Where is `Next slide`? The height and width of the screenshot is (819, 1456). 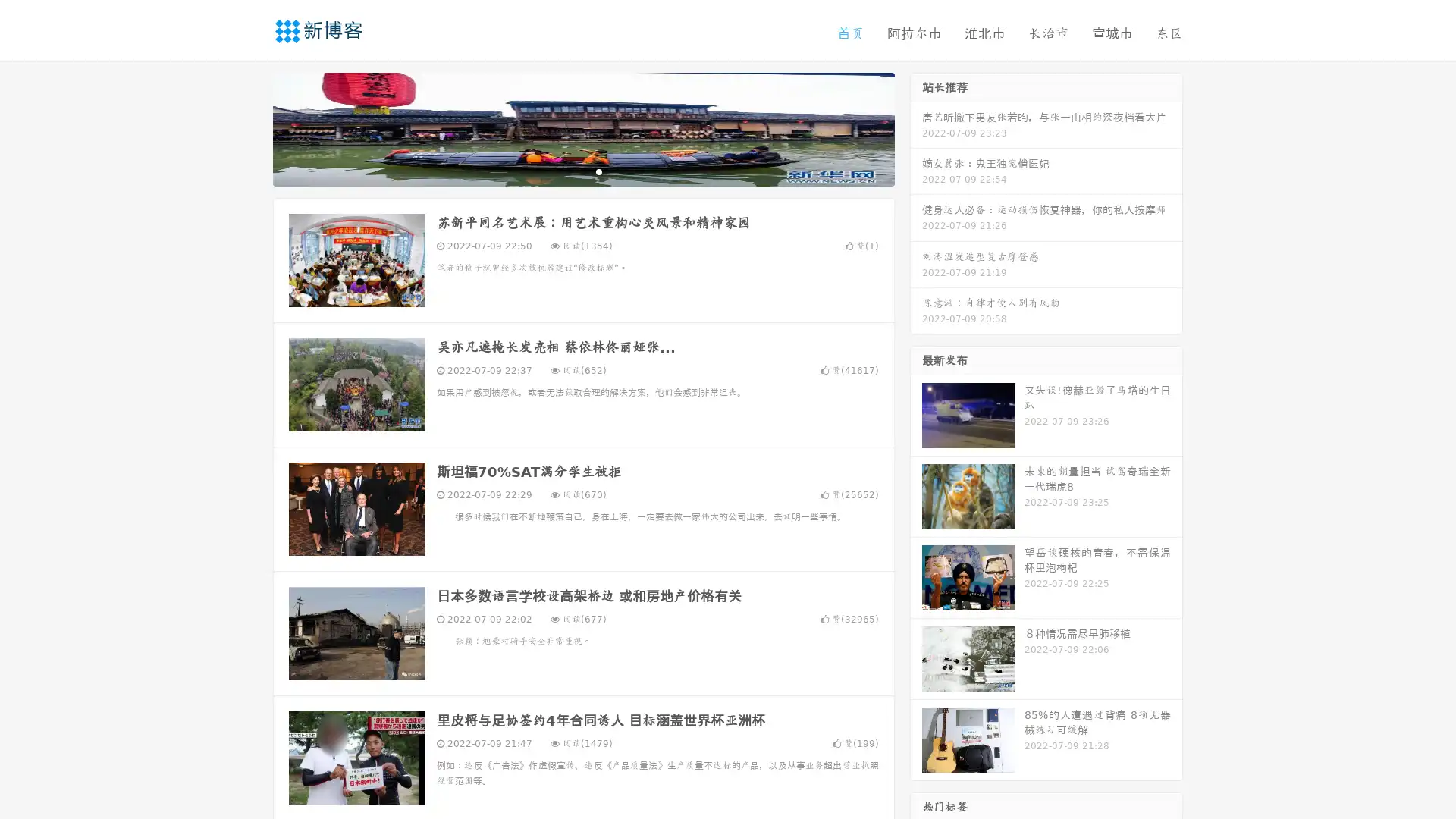
Next slide is located at coordinates (916, 127).